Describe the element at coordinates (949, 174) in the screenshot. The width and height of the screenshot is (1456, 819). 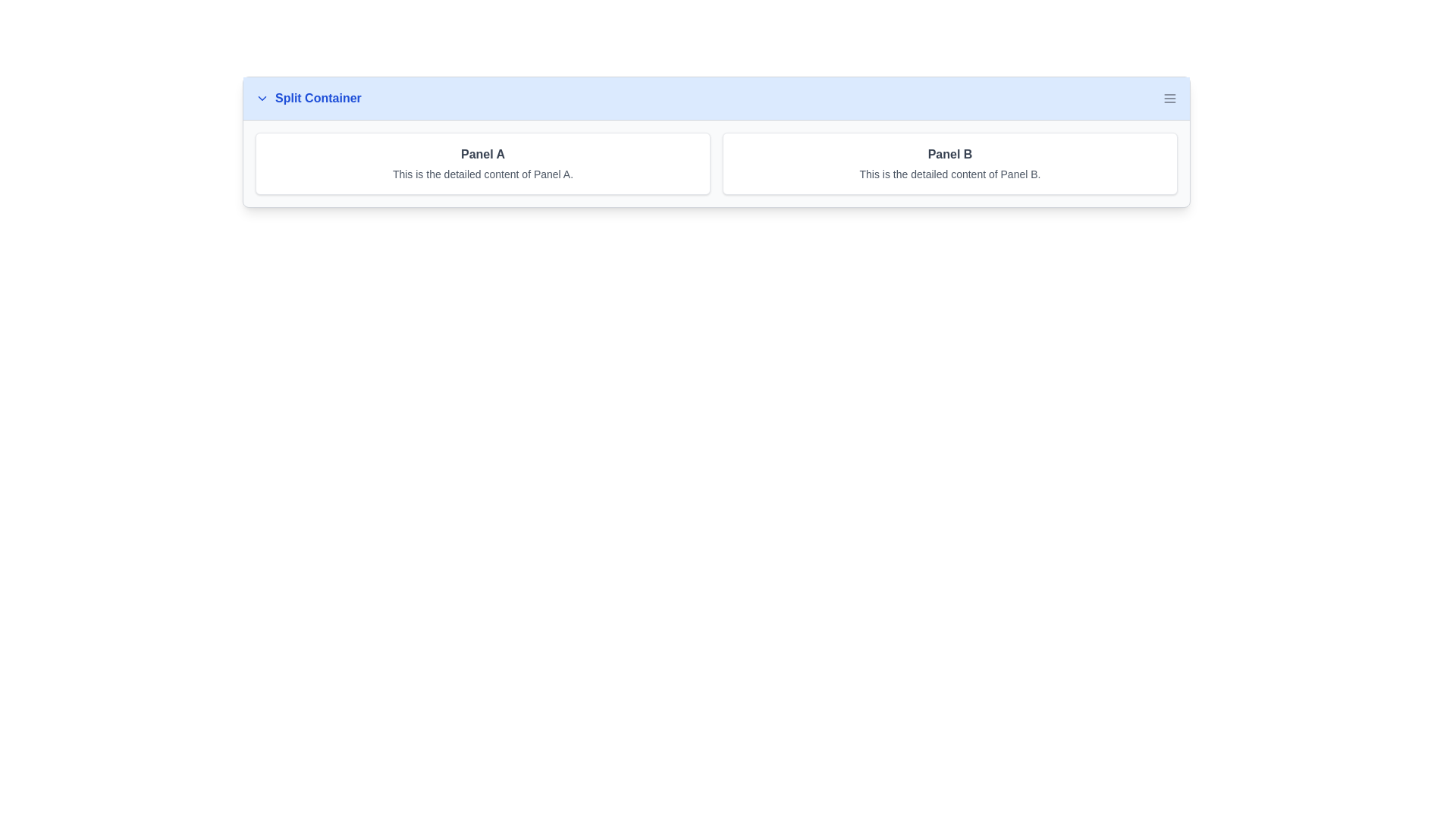
I see `the non-interactive text display element that shows detailed information related to 'Panel B', located in the lower portion of 'Panel B'` at that location.